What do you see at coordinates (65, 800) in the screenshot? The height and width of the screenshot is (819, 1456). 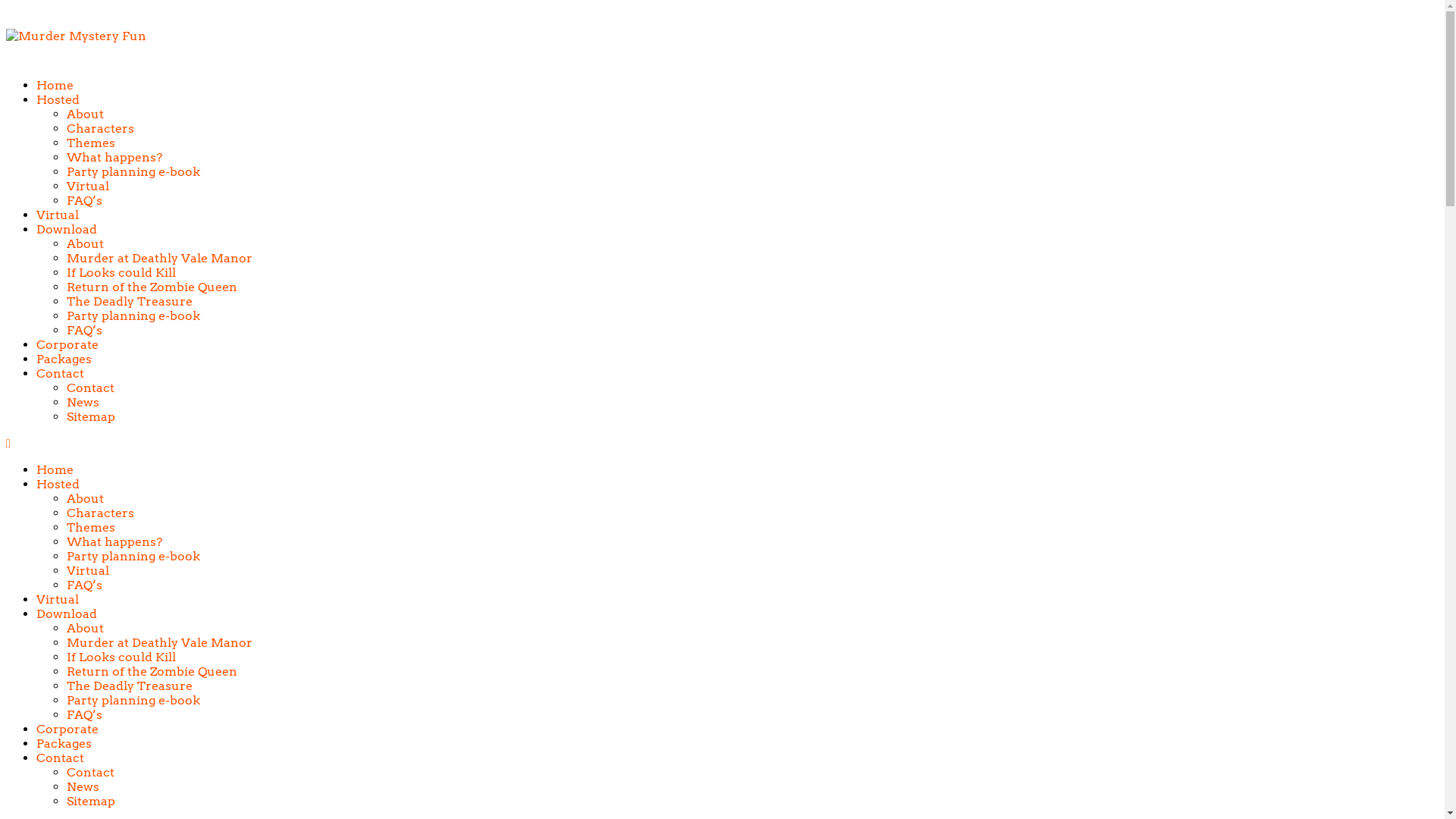 I see `'Sitemap'` at bounding box center [65, 800].